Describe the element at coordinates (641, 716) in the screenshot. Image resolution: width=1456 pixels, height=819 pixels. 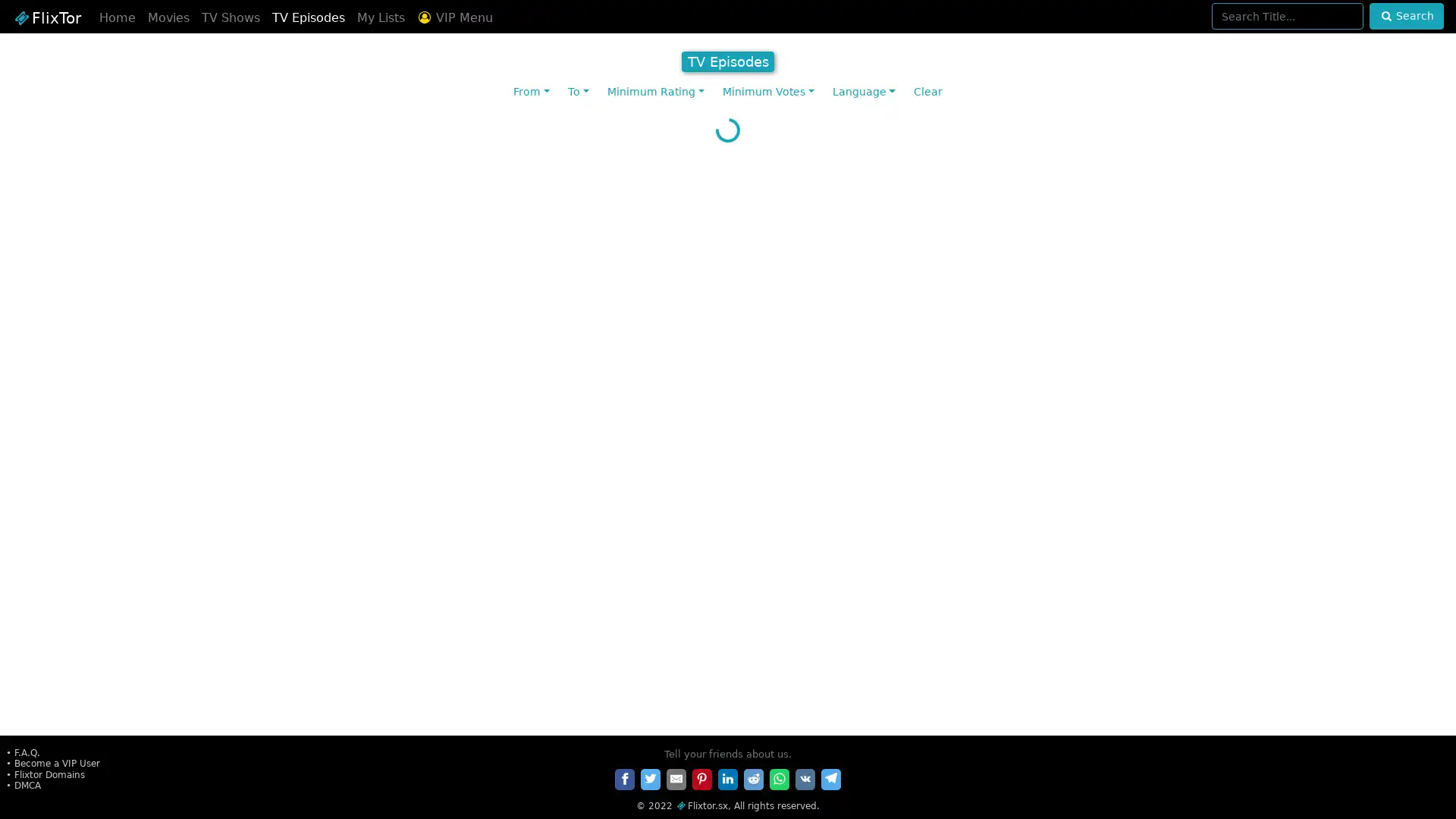
I see `Watch Now` at that location.